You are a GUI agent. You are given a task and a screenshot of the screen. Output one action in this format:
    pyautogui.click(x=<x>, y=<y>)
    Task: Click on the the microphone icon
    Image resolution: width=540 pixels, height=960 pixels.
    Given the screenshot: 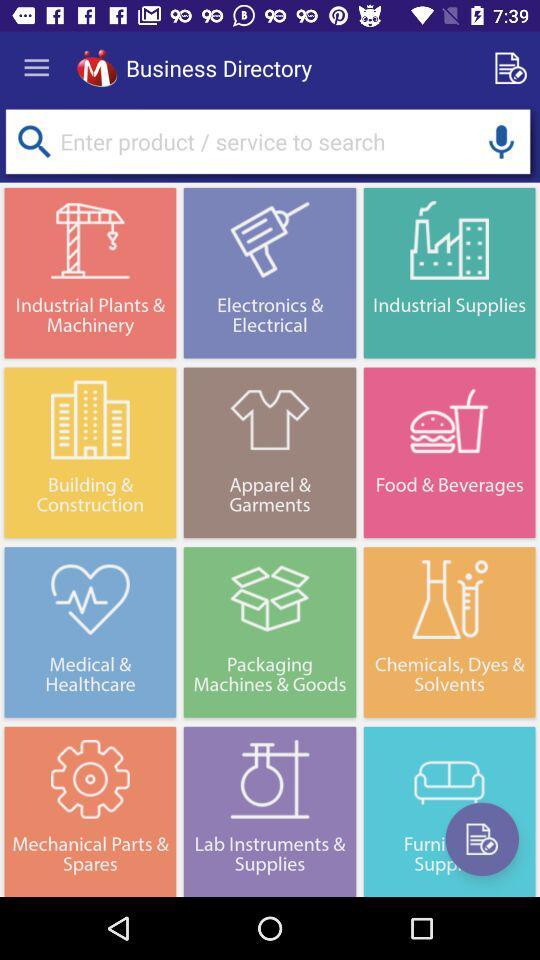 What is the action you would take?
    pyautogui.click(x=500, y=140)
    